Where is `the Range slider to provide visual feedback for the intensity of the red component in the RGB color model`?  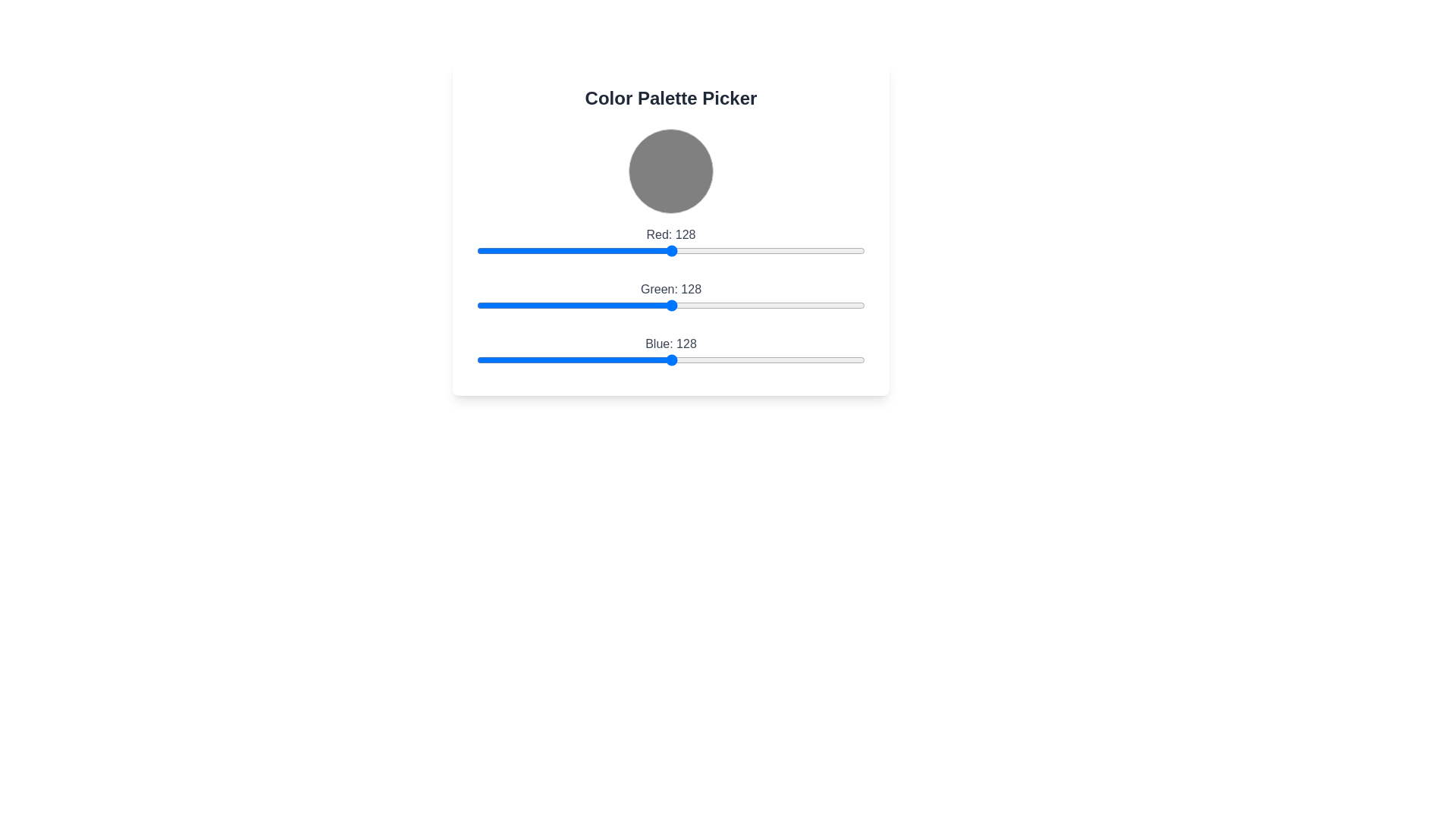 the Range slider to provide visual feedback for the intensity of the red component in the RGB color model is located at coordinates (670, 250).